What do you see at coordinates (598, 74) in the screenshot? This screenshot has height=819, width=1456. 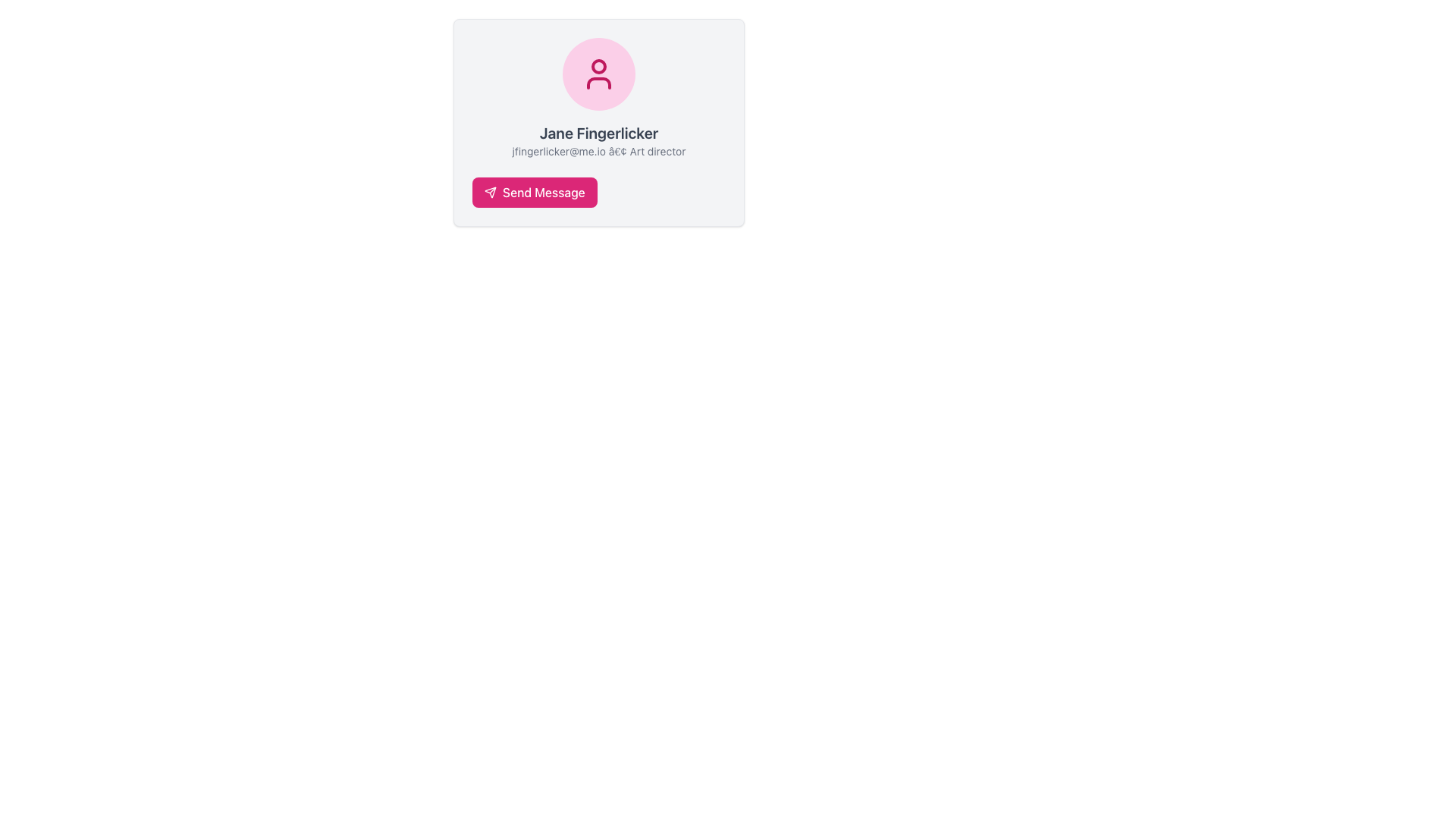 I see `the circular user avatar element with a pink background located at the top of the card layout` at bounding box center [598, 74].